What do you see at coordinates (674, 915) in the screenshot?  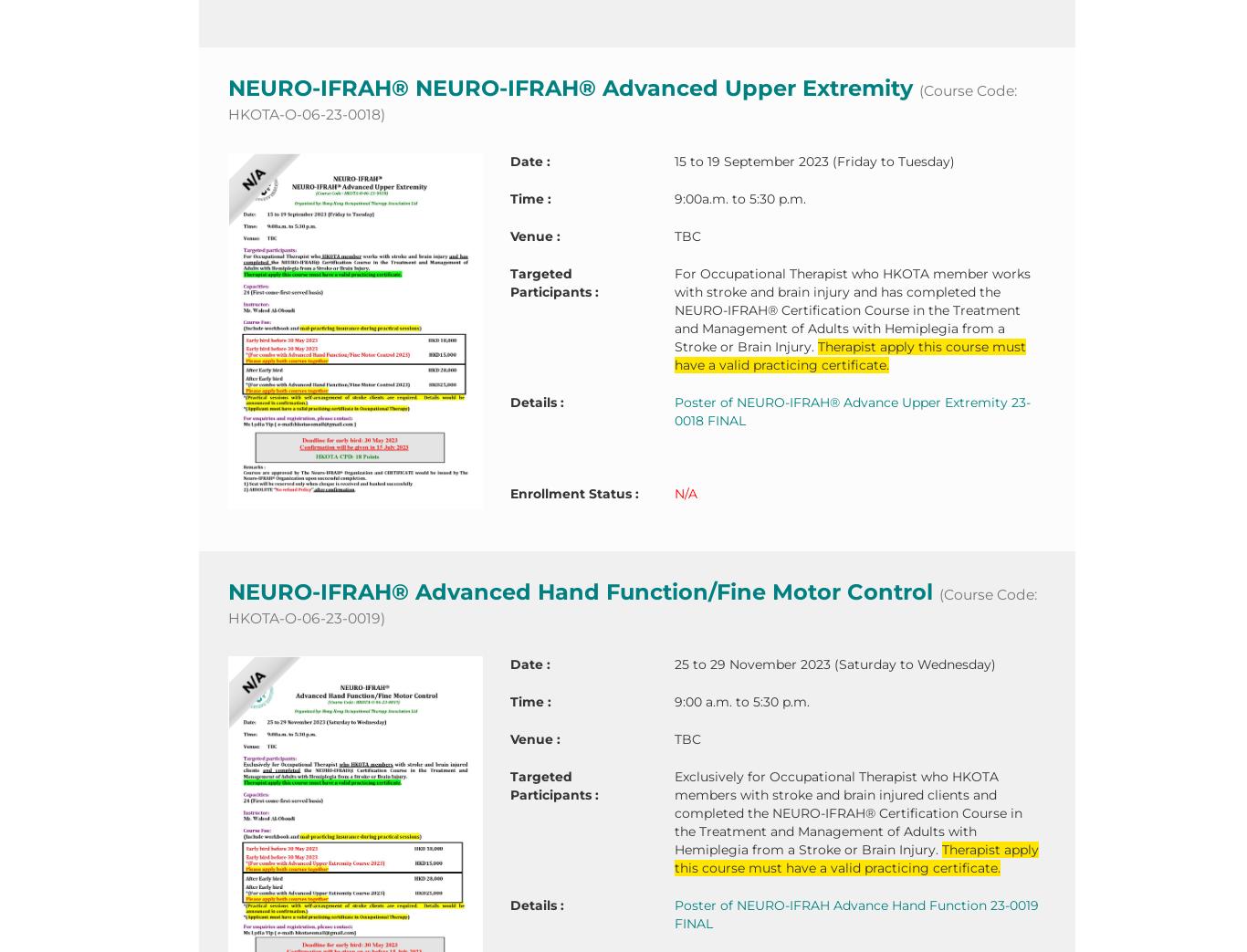 I see `'Poster of NEURO-IFRAH Advance Hand Function 23-0019 FINAL'` at bounding box center [674, 915].